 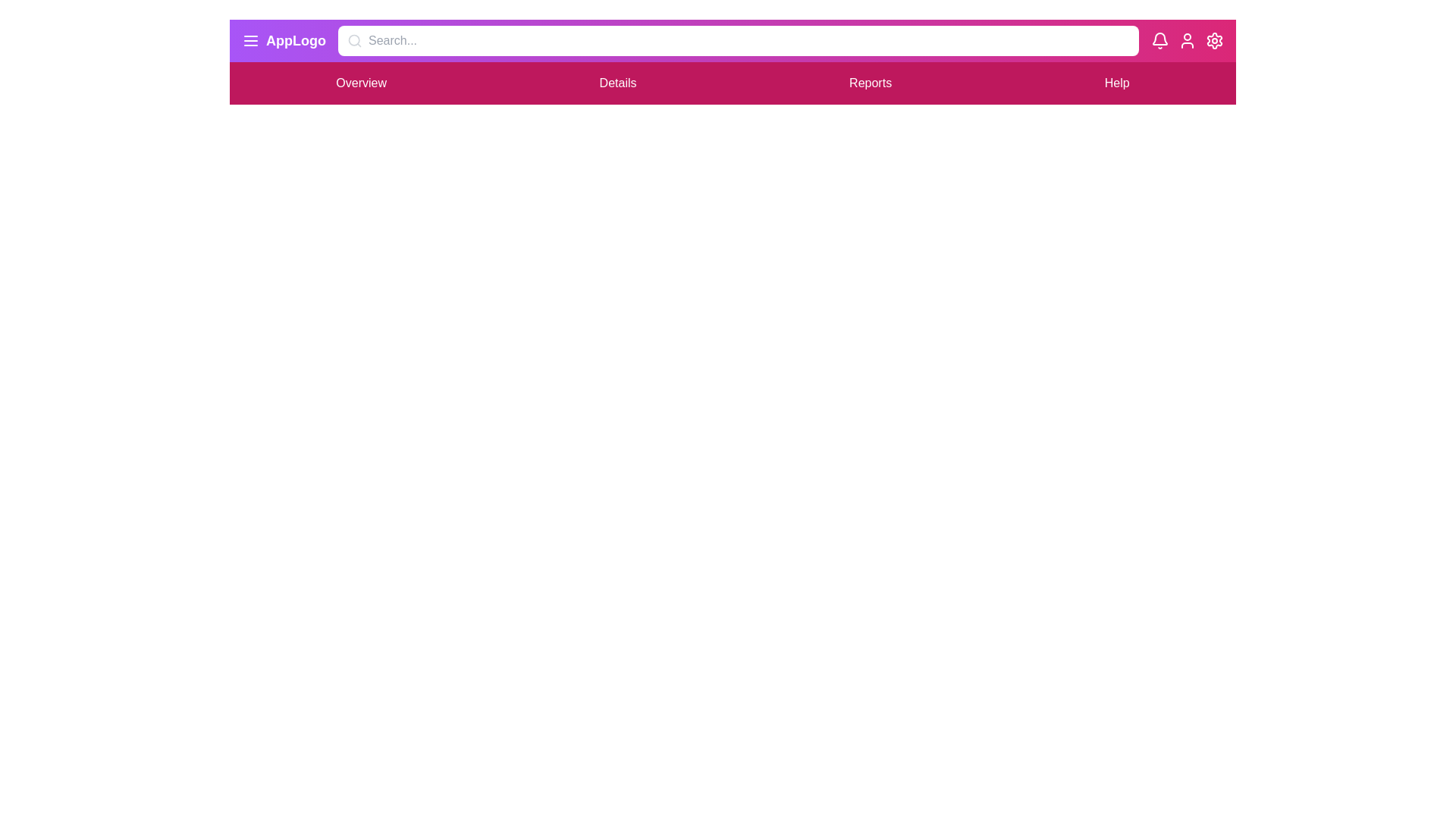 I want to click on the menu icon to open the navigation drawer, so click(x=251, y=40).